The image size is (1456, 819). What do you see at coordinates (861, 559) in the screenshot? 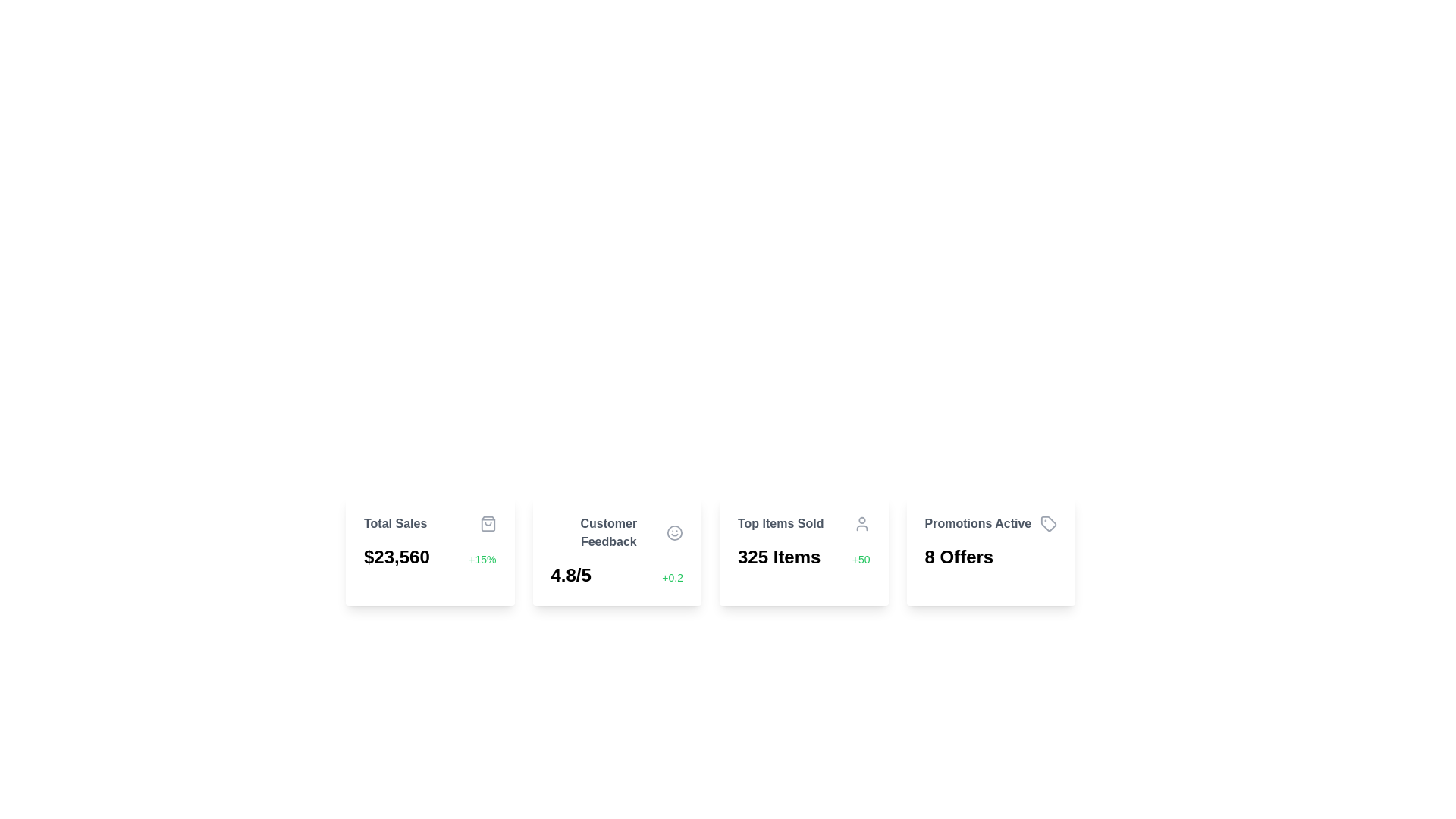
I see `the small green text label displaying '+50' located to the right of '325 Items' within the 'Top Items Sold' card component` at bounding box center [861, 559].